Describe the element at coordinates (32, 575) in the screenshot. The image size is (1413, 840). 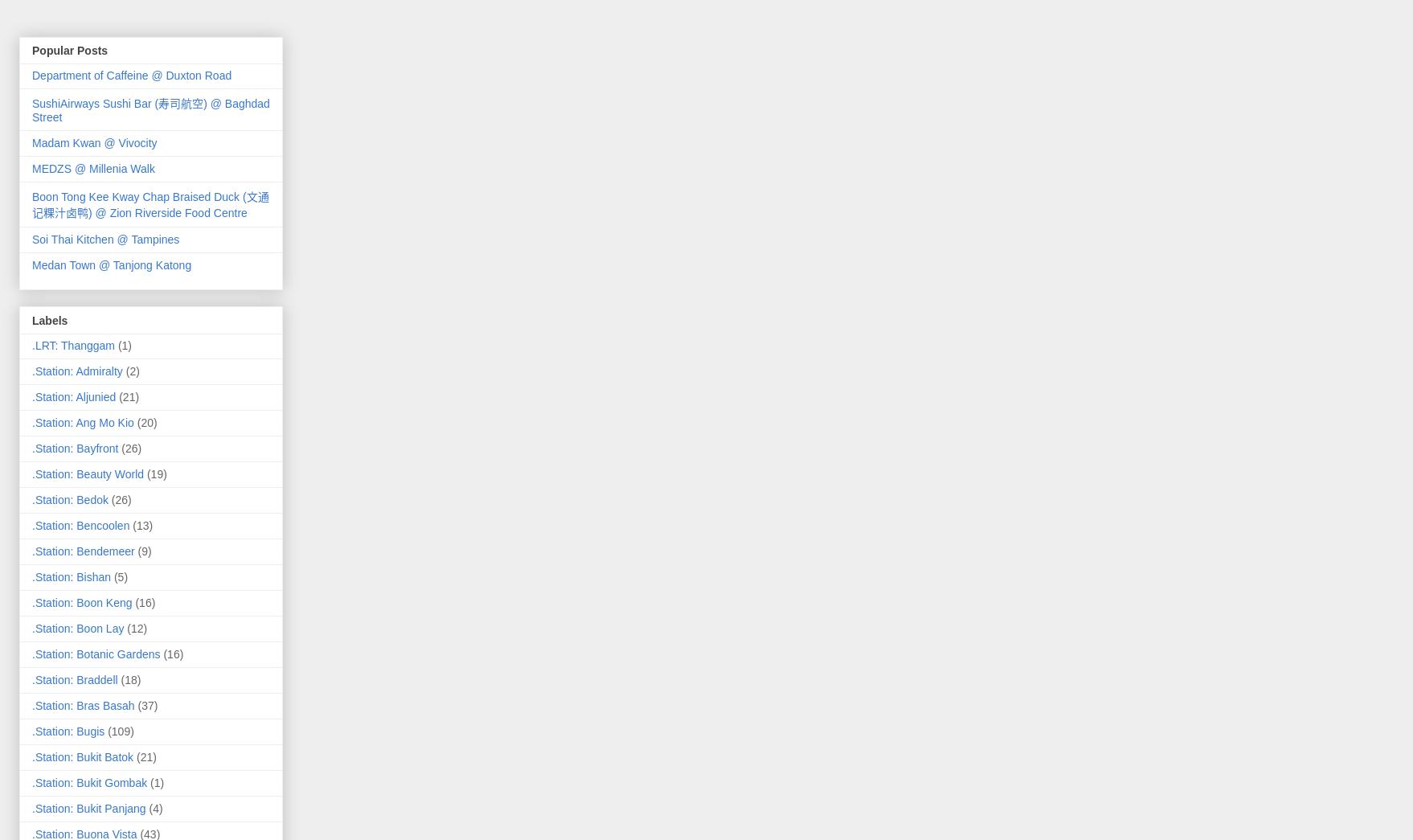
I see `'.Station: Bishan'` at that location.